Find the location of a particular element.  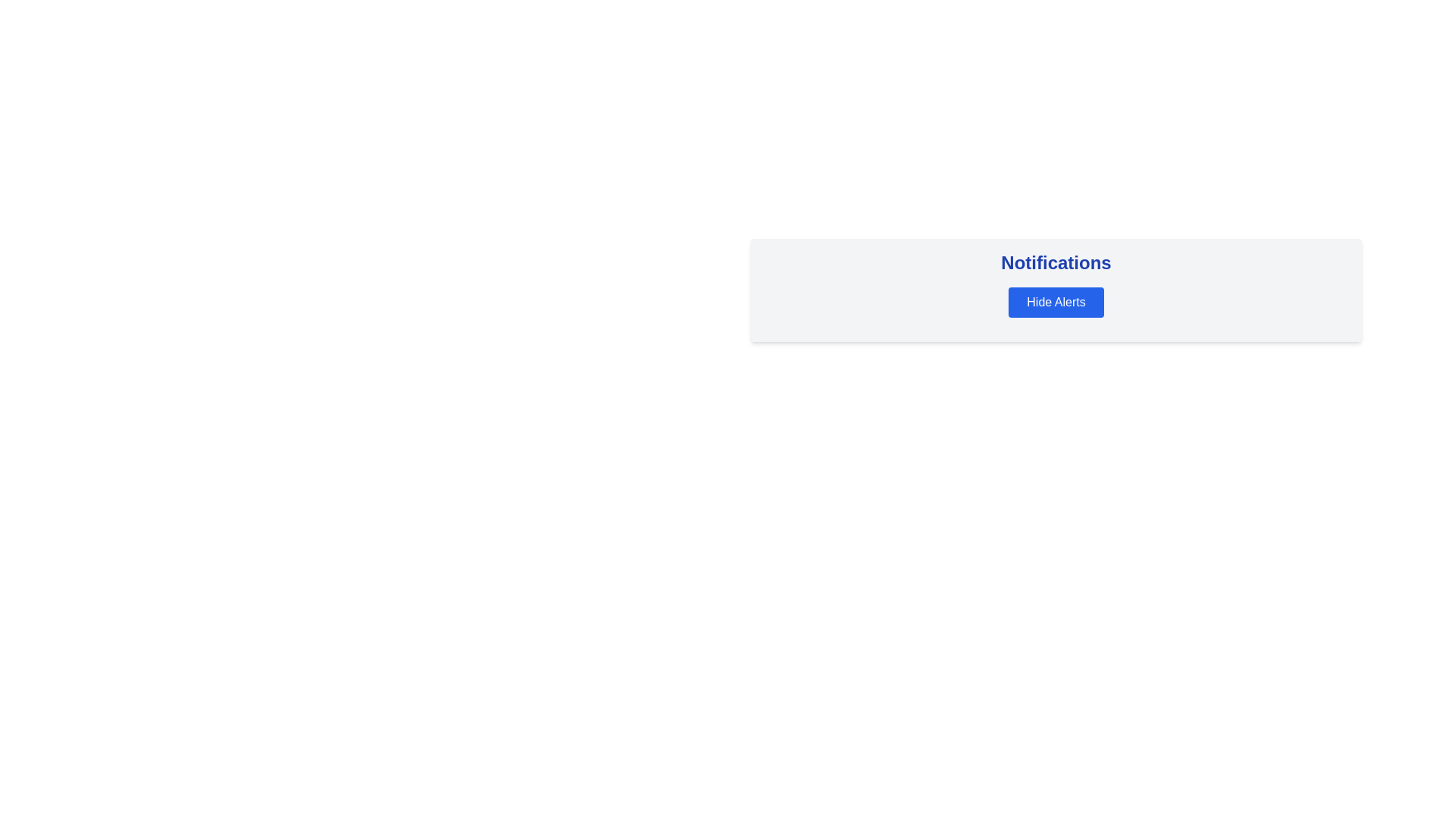

the notifications interface section, which contains the 'Hide Alerts' button is located at coordinates (1055, 290).